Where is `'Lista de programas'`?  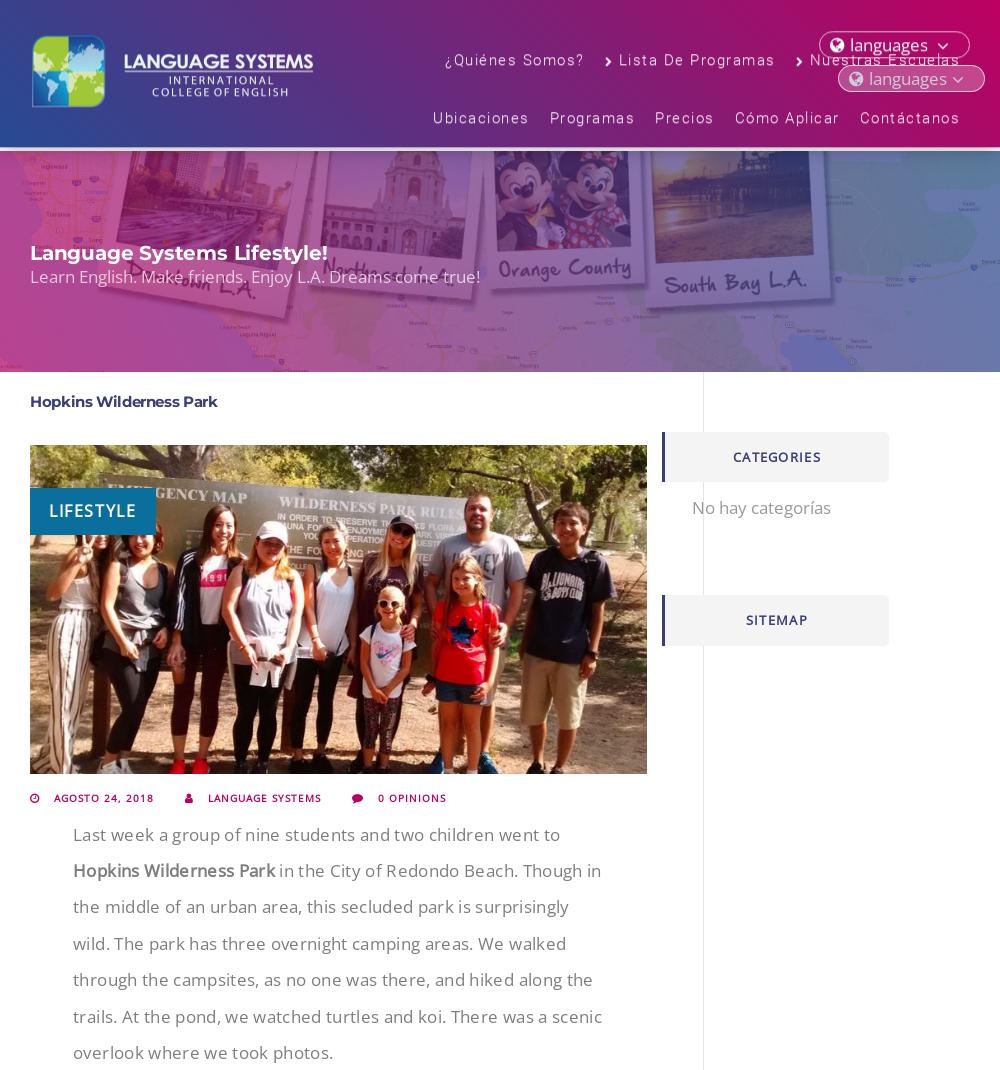
'Lista de programas' is located at coordinates (617, 62).